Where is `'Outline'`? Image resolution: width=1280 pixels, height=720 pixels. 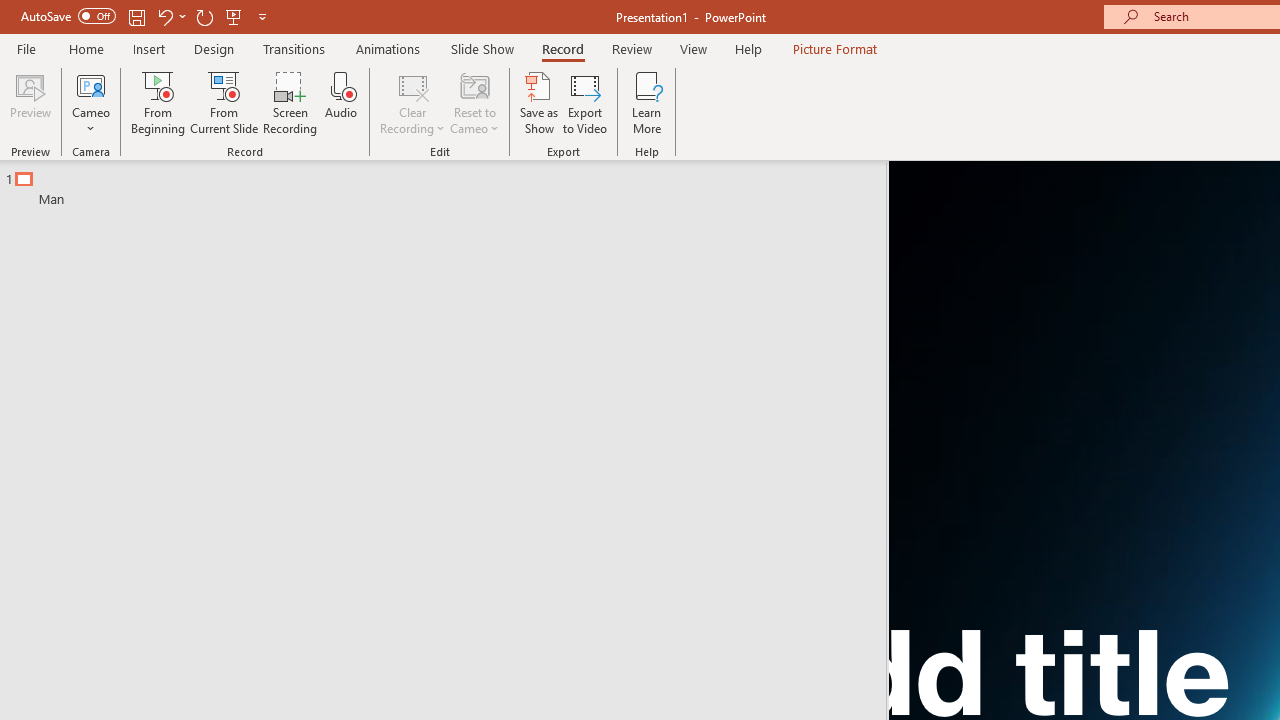 'Outline' is located at coordinates (451, 184).